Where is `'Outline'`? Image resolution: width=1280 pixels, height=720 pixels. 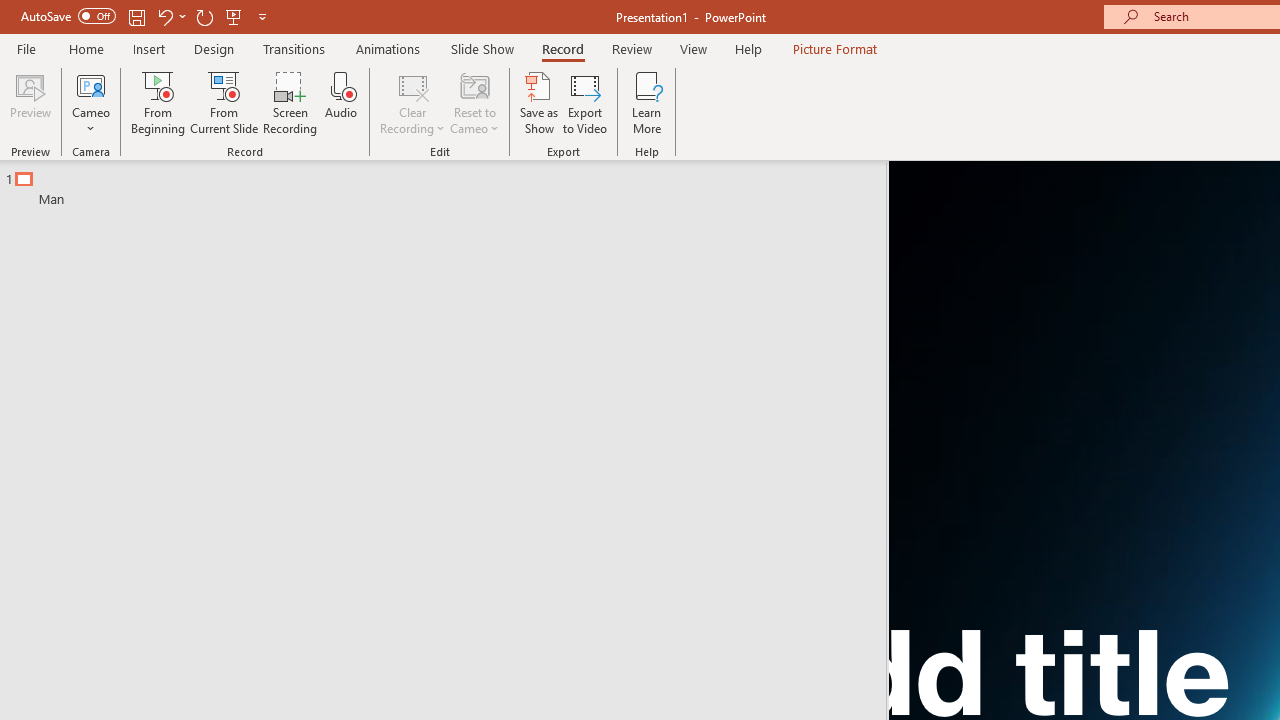 'Outline' is located at coordinates (451, 184).